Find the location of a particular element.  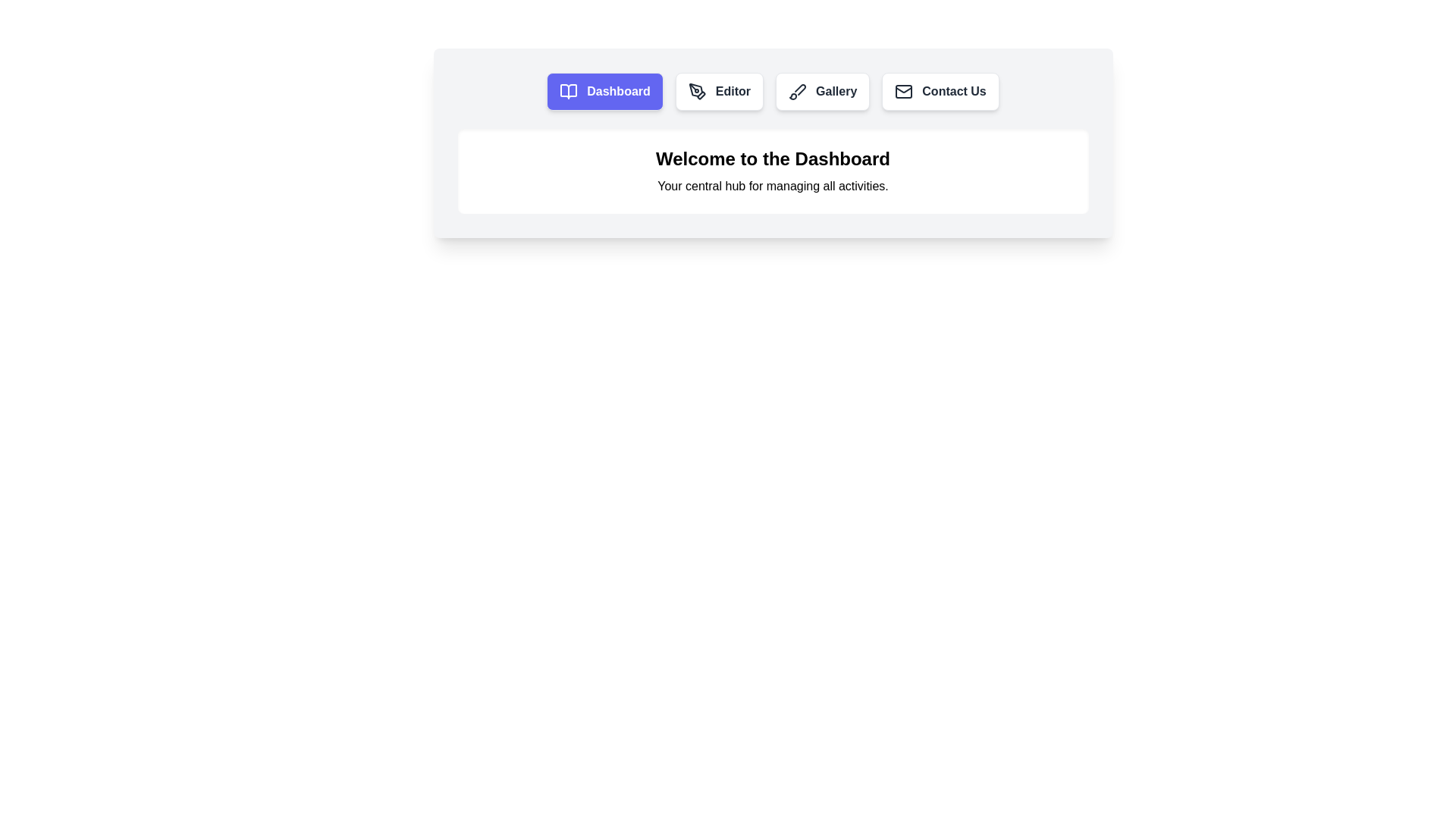

the heading text 'Welcome to the Dashboard' which is displayed prominently in bold, large, black font, located within a rounded rectangle near the top of the interface is located at coordinates (773, 171).